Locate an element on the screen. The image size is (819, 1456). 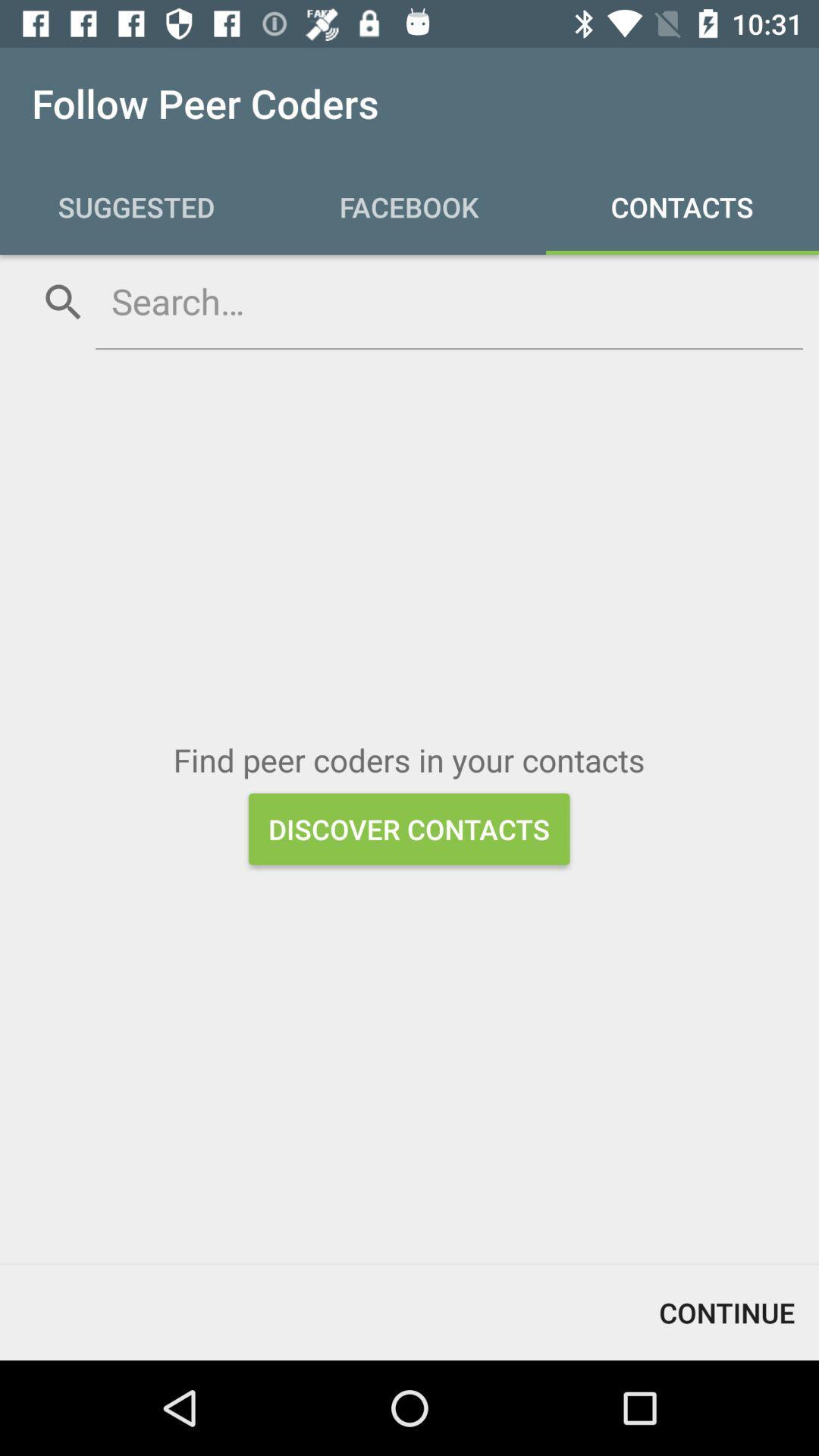
searcb here is located at coordinates (448, 301).